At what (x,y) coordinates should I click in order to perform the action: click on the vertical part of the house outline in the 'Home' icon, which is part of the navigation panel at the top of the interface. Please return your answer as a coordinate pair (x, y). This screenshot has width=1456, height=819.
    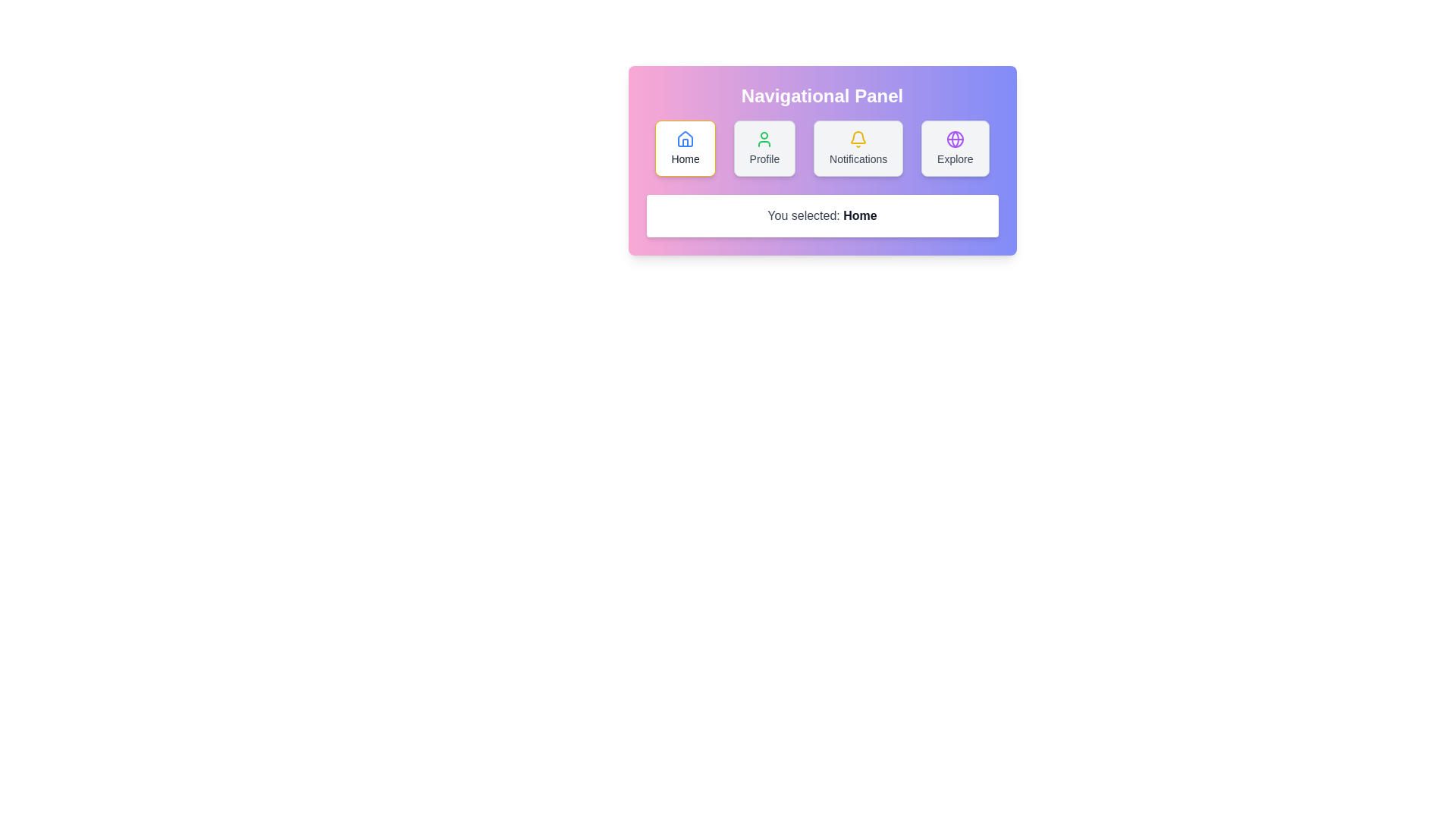
    Looking at the image, I should click on (685, 143).